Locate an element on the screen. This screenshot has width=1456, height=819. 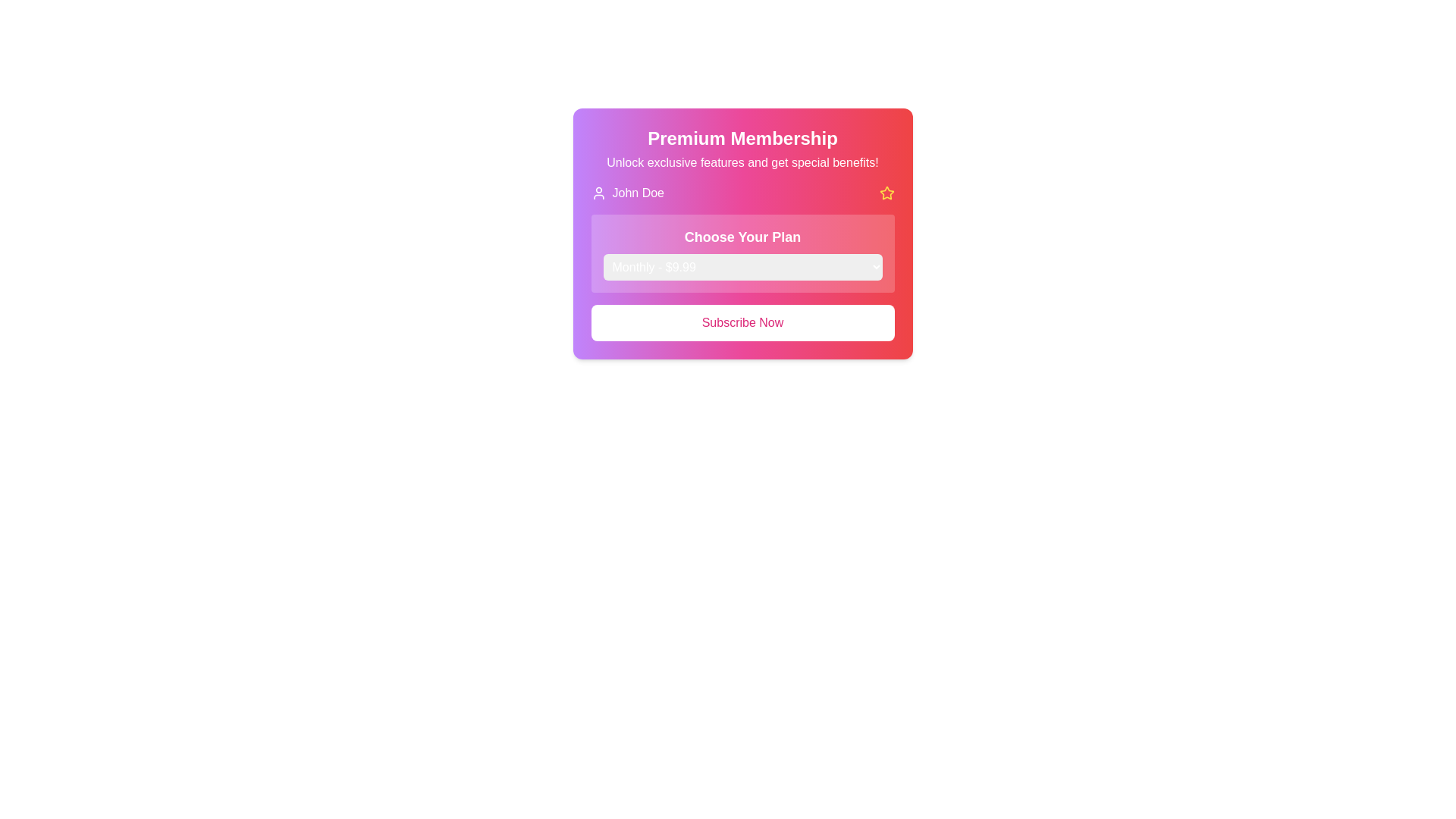
the membership plan dropdown within the Premium Membership card to change the selection is located at coordinates (742, 234).